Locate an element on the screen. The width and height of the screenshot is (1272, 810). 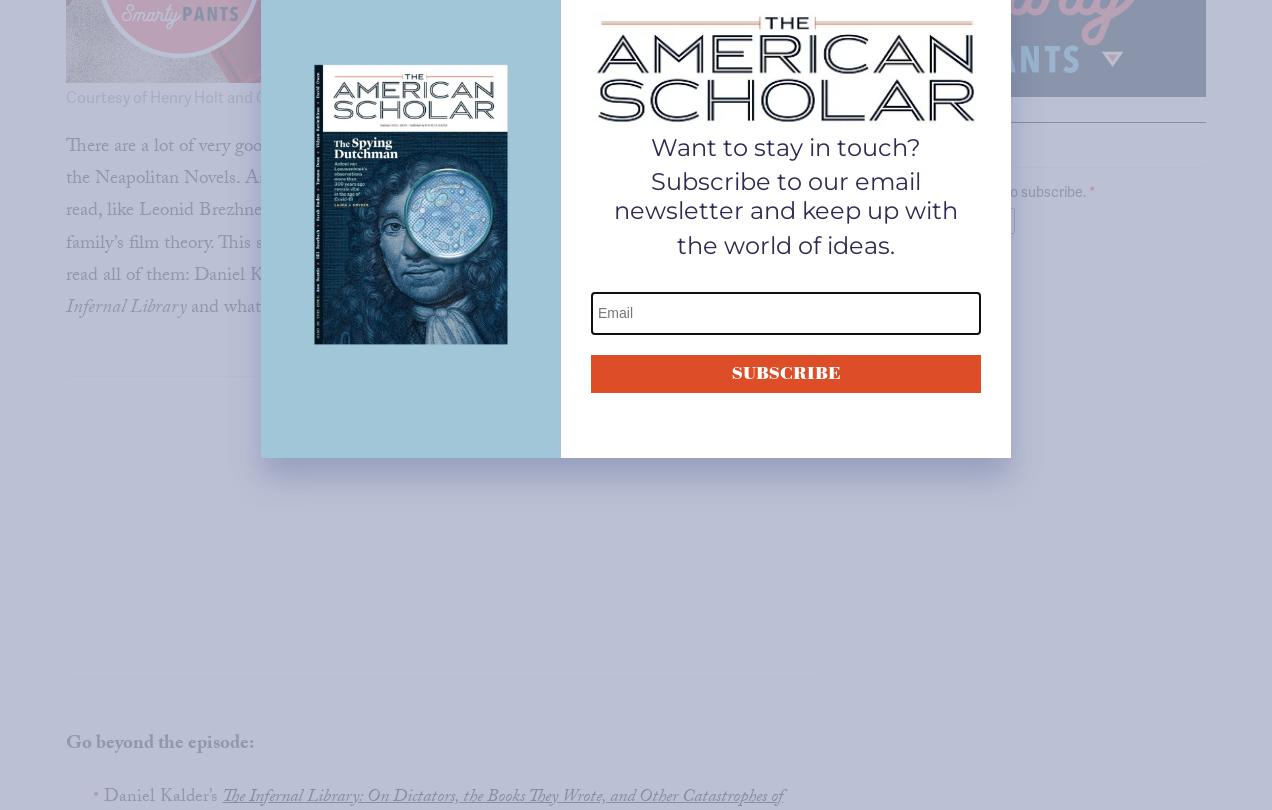
'kind of very long book, and the man who decided to read all of them: Daniel Kalder, who joins us on the show to talk about his journey through' is located at coordinates (429, 259).